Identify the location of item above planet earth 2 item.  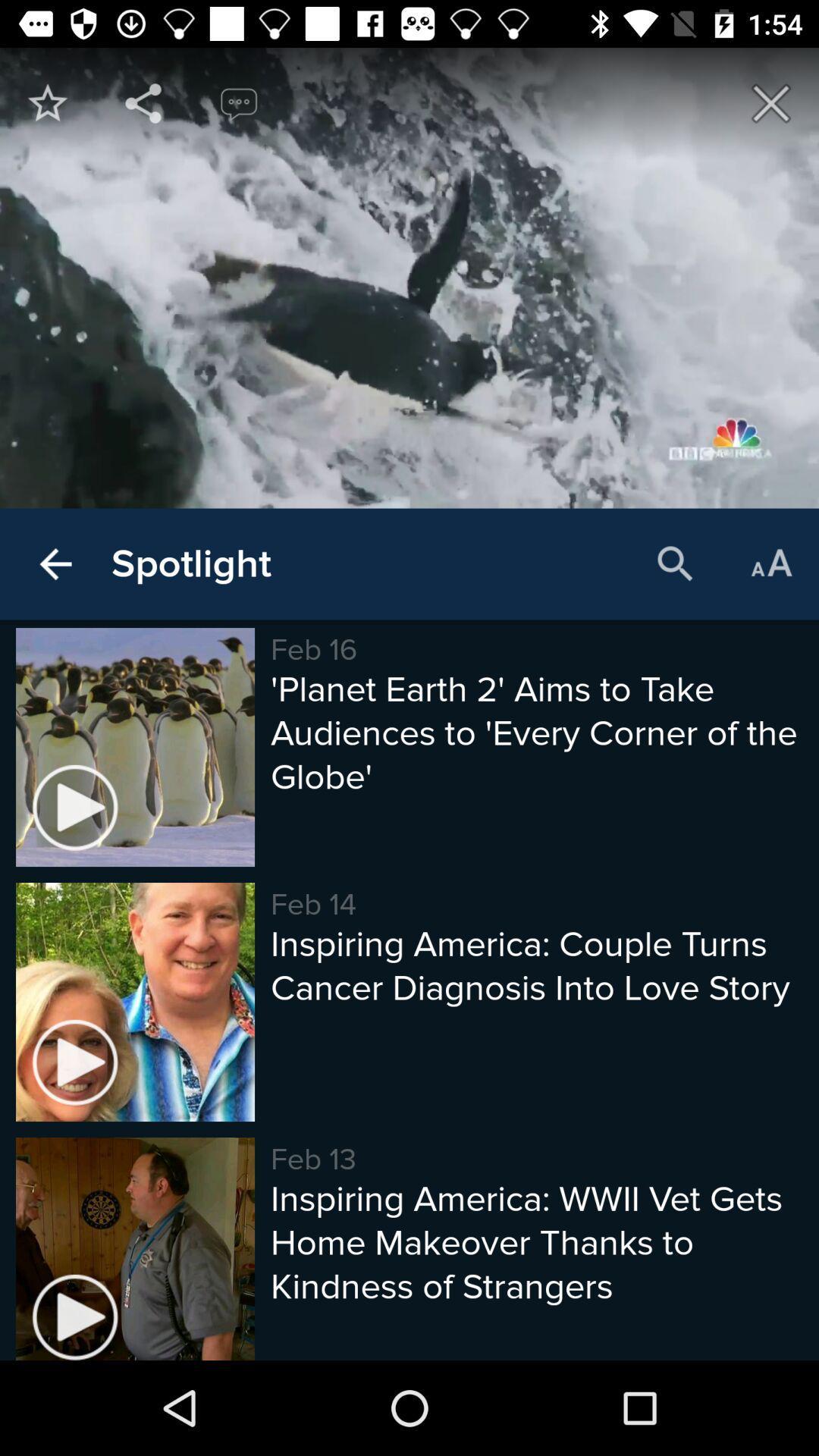
(675, 563).